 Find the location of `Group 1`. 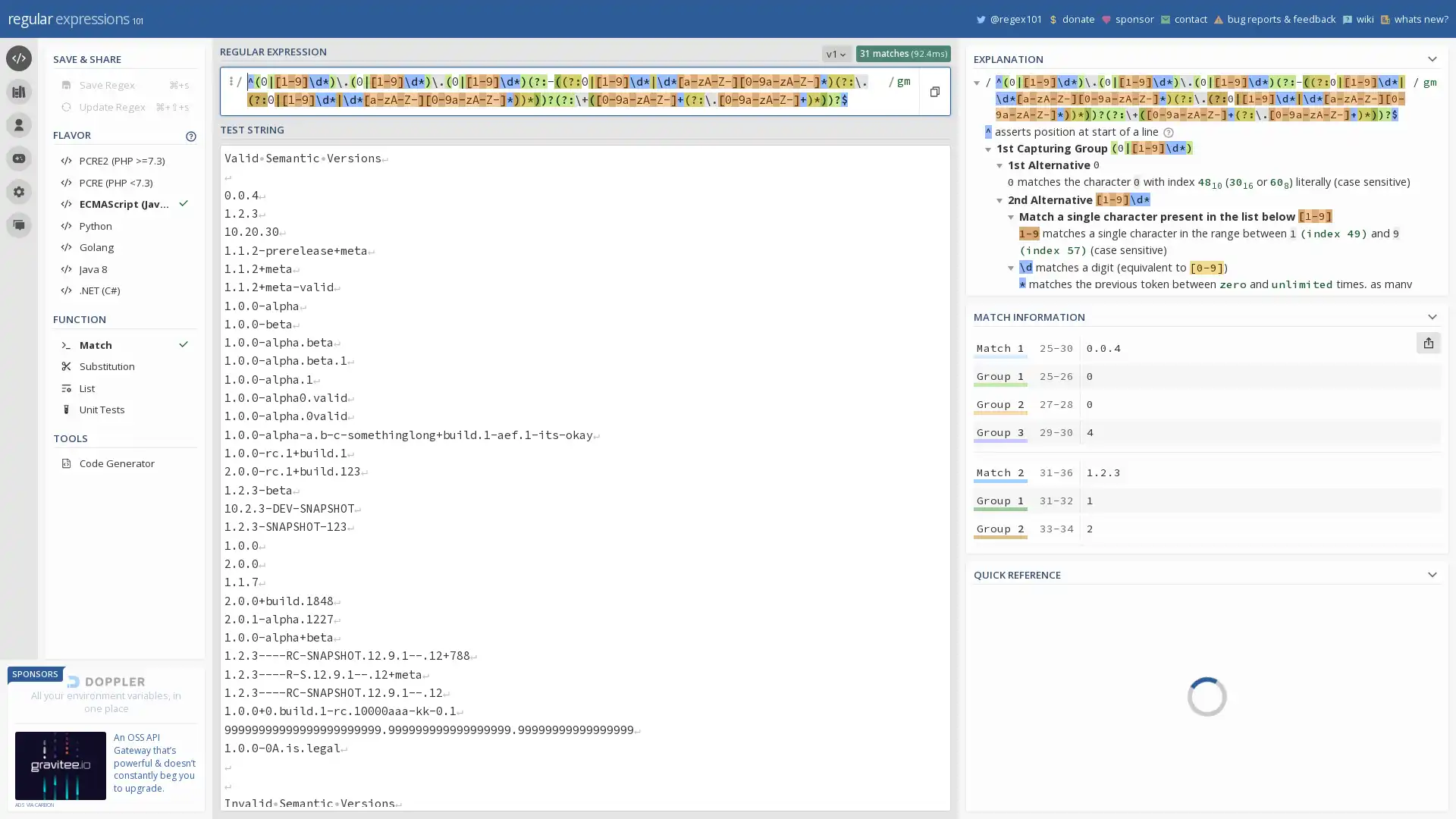

Group 1 is located at coordinates (1000, 500).